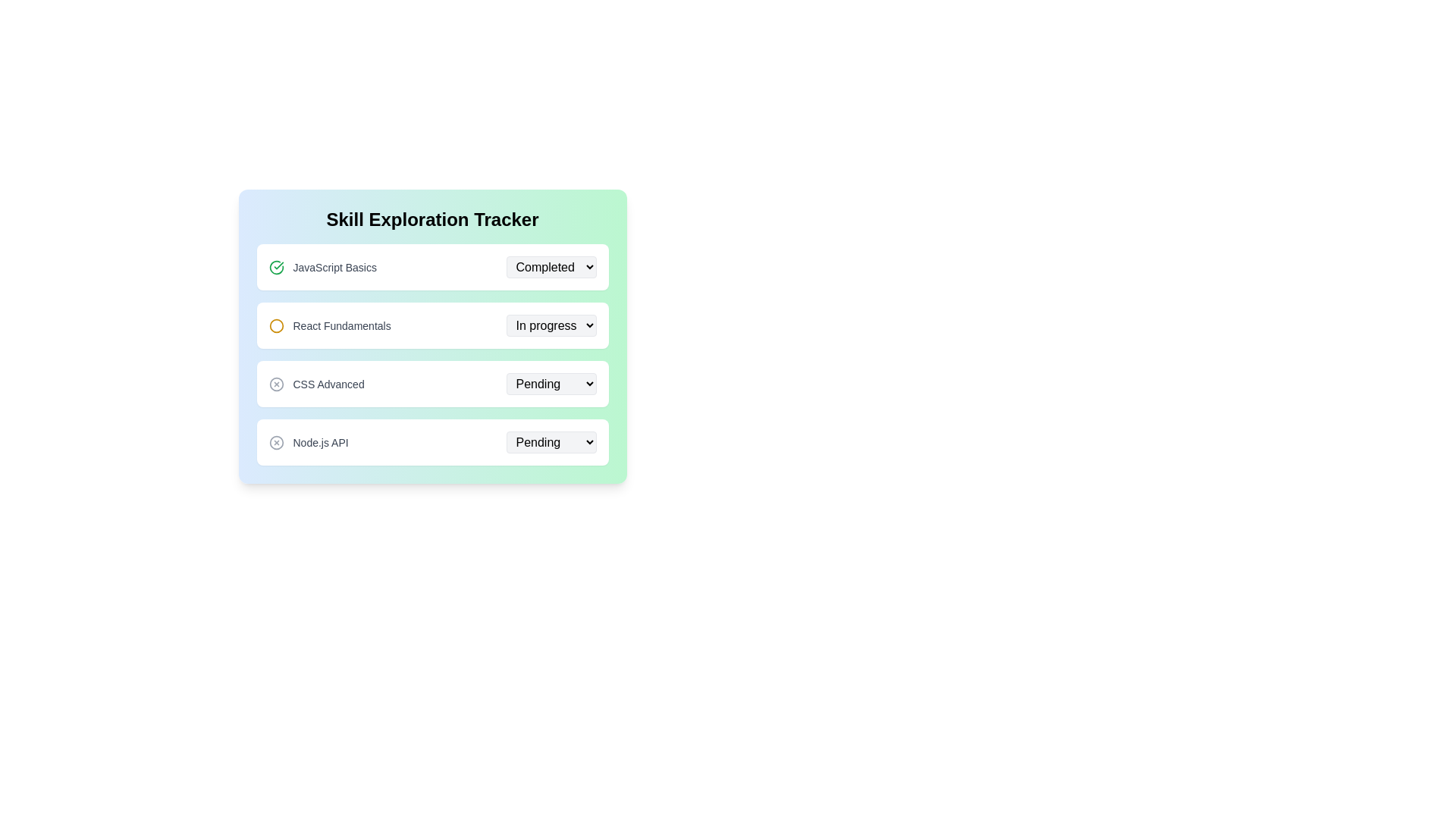 The image size is (1456, 819). What do you see at coordinates (308, 442) in the screenshot?
I see `the Text Label displaying 'Node.js API' which is styled in dark gray, positioned in a card and located fourth in a vertical list, next to the 'Pending' dropdown` at bounding box center [308, 442].